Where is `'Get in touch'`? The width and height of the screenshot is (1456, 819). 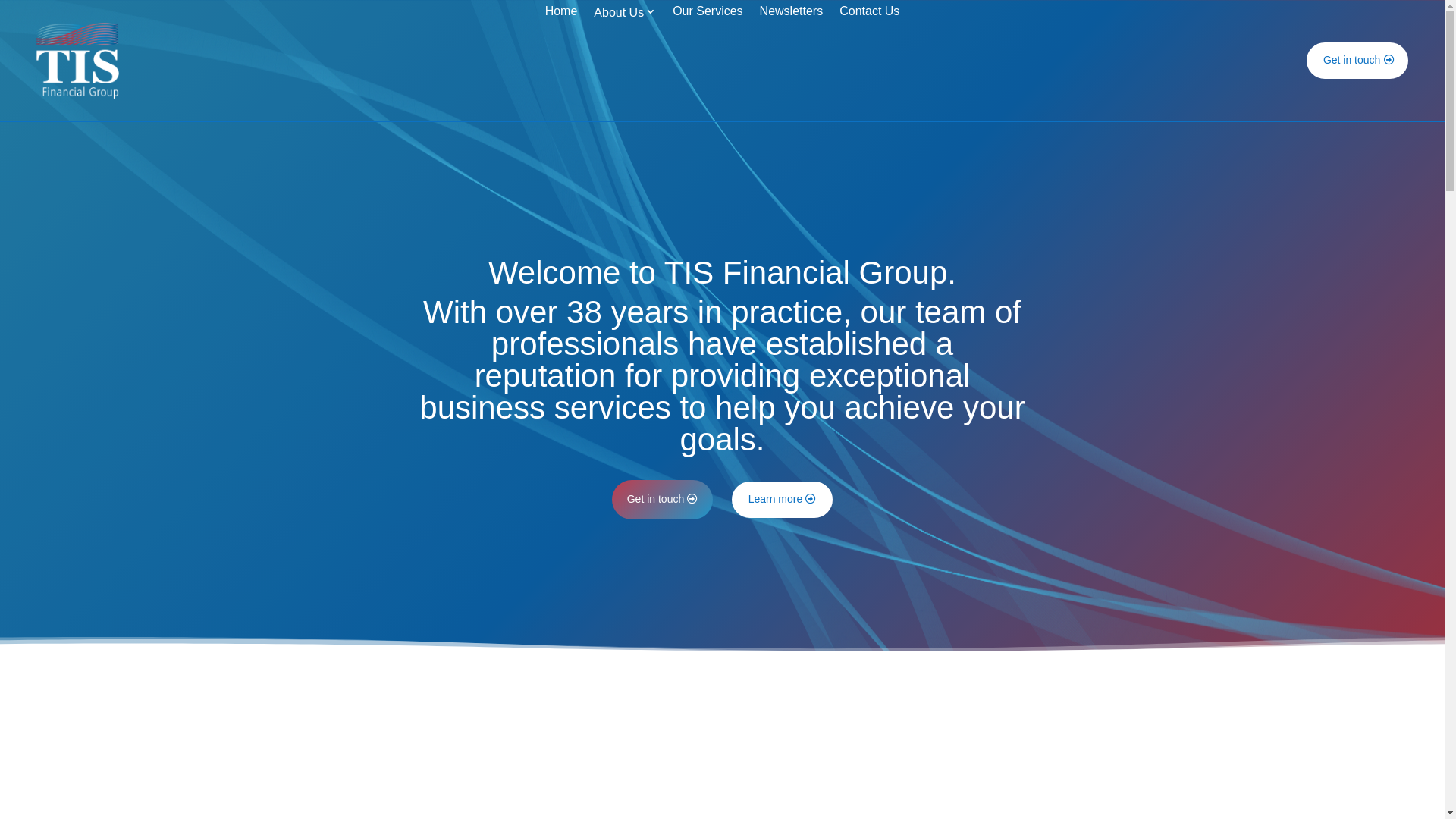 'Get in touch' is located at coordinates (611, 500).